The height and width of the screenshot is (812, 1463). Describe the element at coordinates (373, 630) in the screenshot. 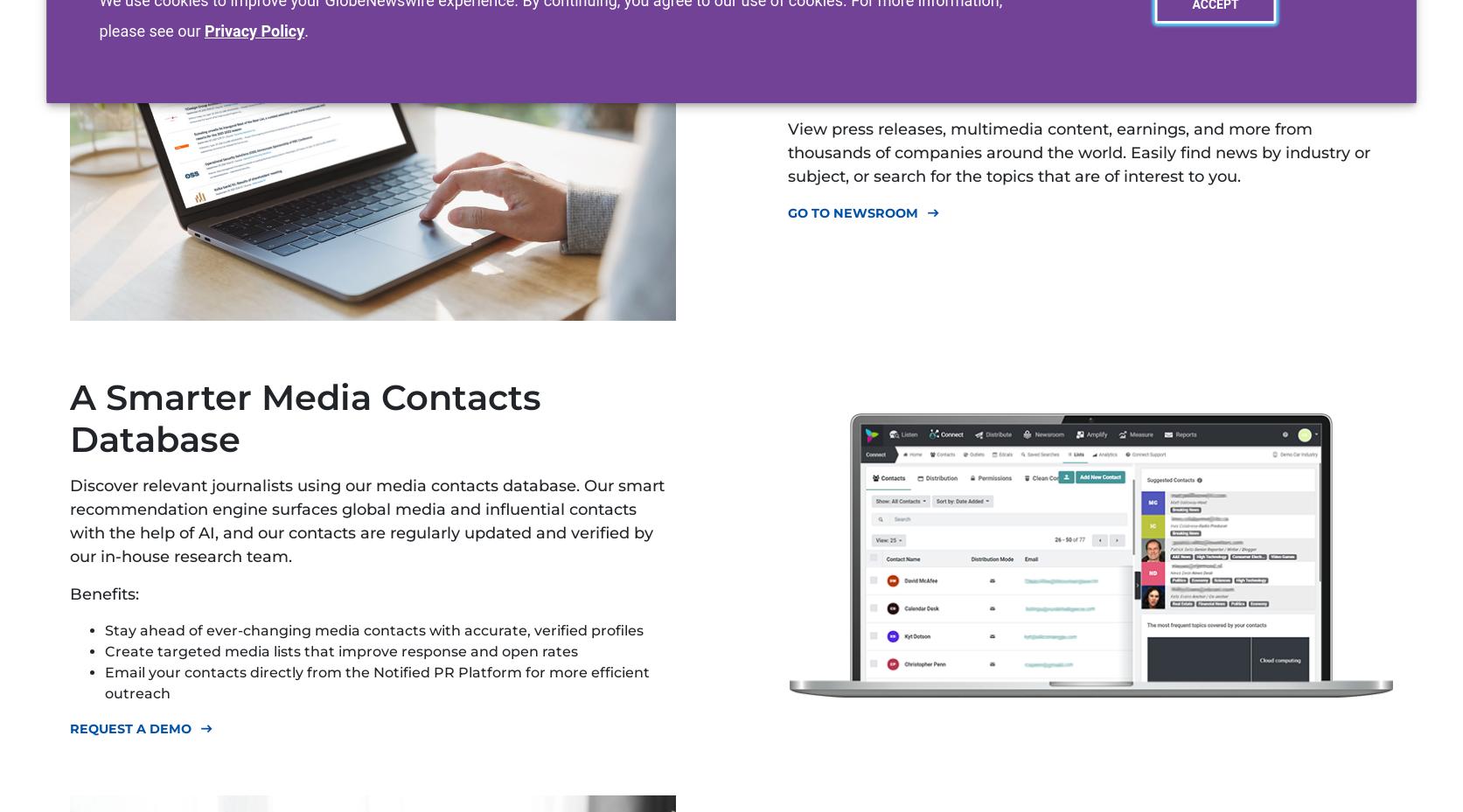

I see `'Stay ahead of ever-changing media contacts with accurate, verified profiles'` at that location.